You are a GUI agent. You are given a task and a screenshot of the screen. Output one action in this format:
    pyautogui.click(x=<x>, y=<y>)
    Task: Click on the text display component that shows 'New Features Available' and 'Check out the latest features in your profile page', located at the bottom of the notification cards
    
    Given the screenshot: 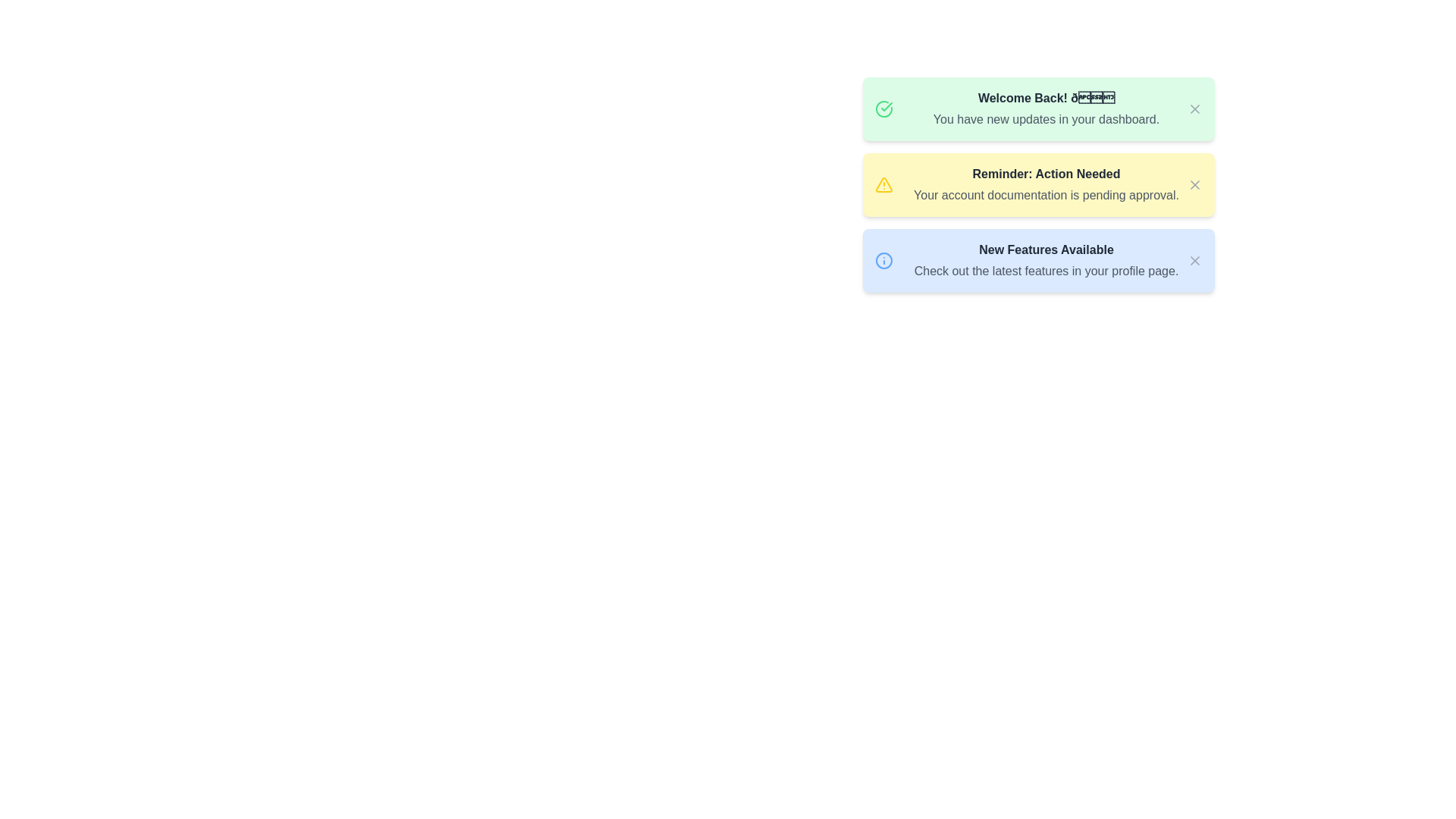 What is the action you would take?
    pyautogui.click(x=1046, y=259)
    